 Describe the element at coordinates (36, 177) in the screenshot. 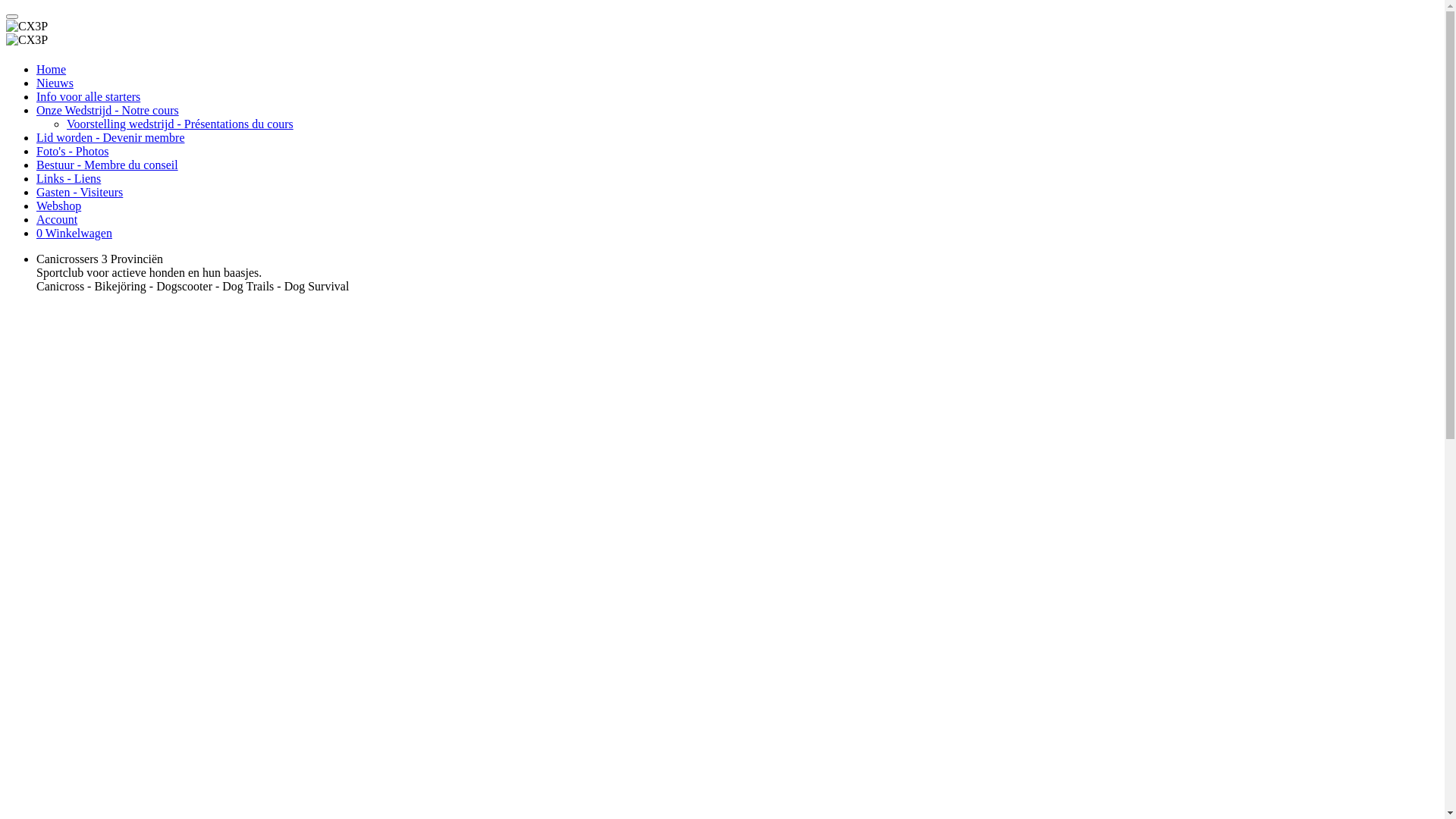

I see `'Links - Liens'` at that location.